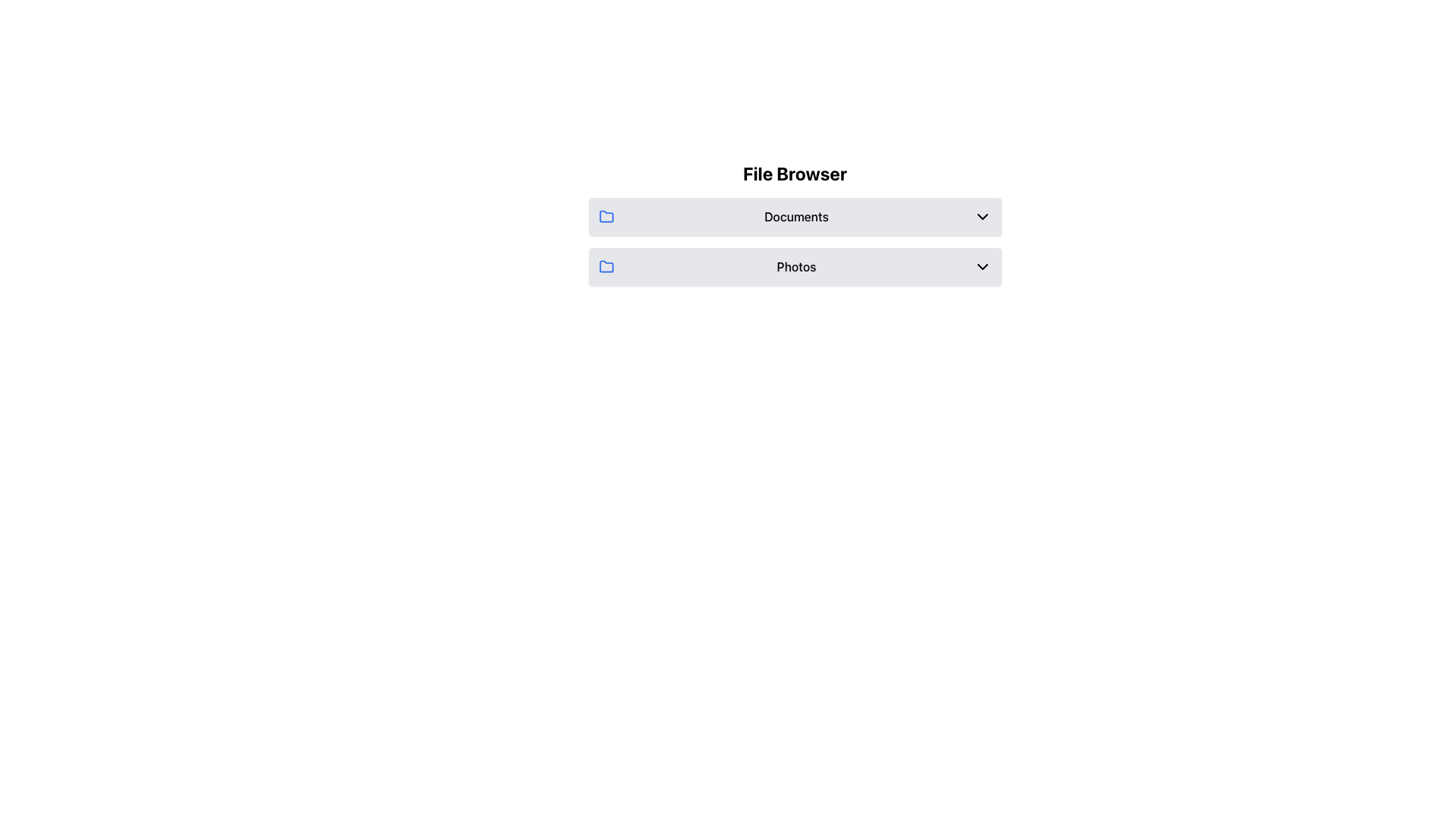 The height and width of the screenshot is (819, 1456). What do you see at coordinates (605, 265) in the screenshot?
I see `the blue outlined folder icon labeled 'Photos' located in the second row of the interface` at bounding box center [605, 265].